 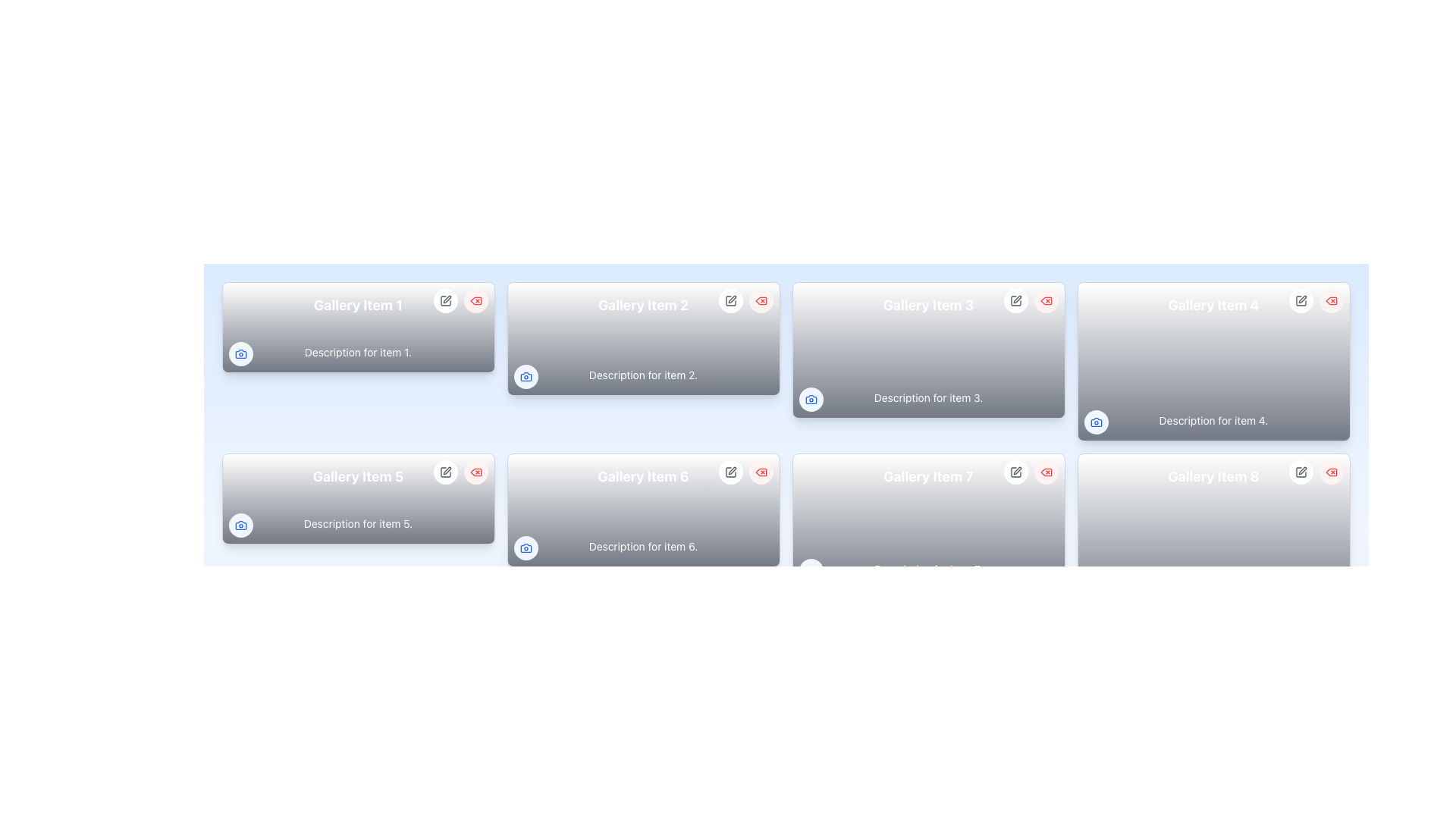 I want to click on the circular edit button with a white background and gray outline located in the top-right corner of the card labeled 'Gallery Item 5', so click(x=444, y=472).